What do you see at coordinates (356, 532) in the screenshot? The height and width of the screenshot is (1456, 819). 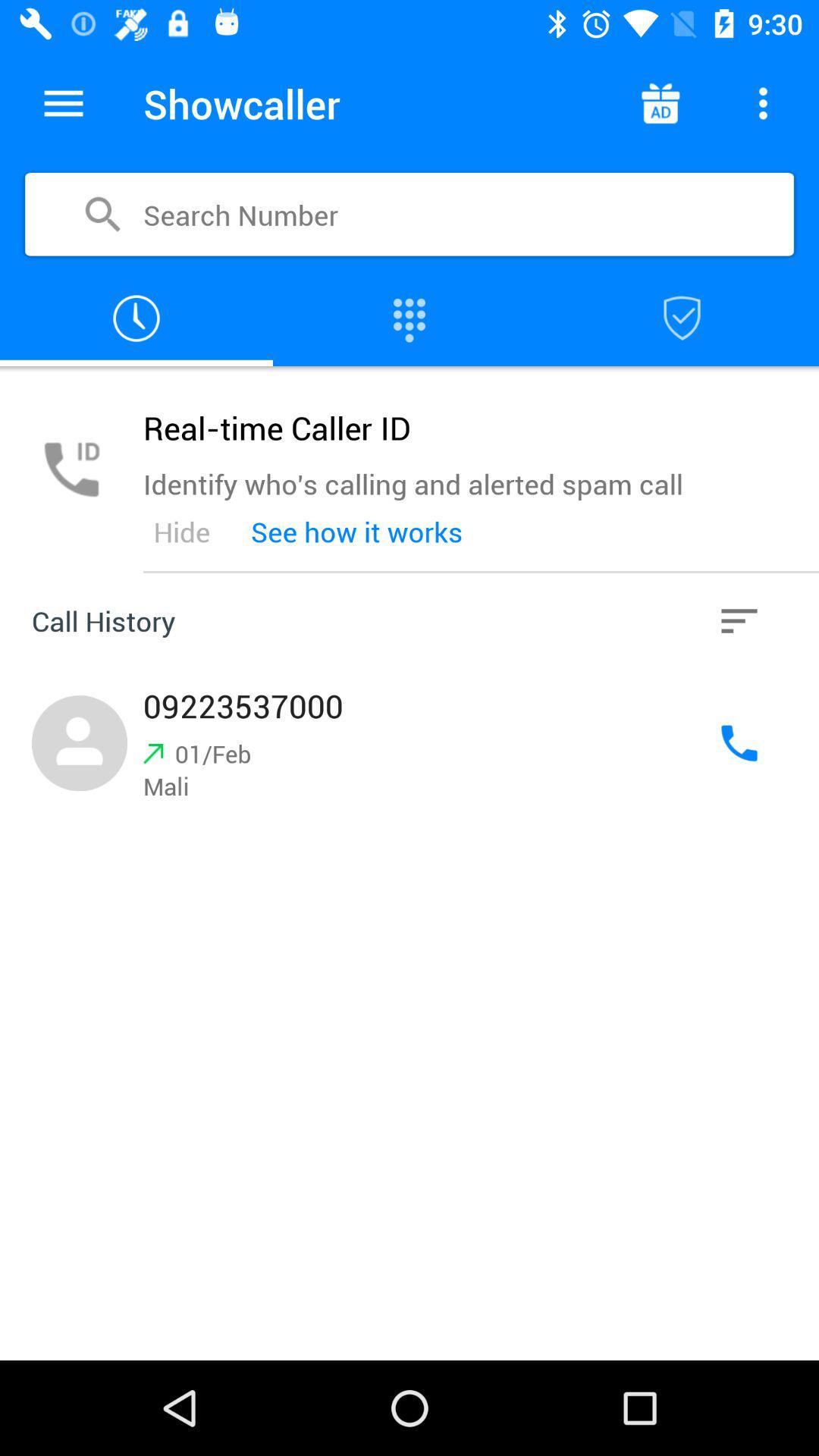 I see `the text right of hide` at bounding box center [356, 532].